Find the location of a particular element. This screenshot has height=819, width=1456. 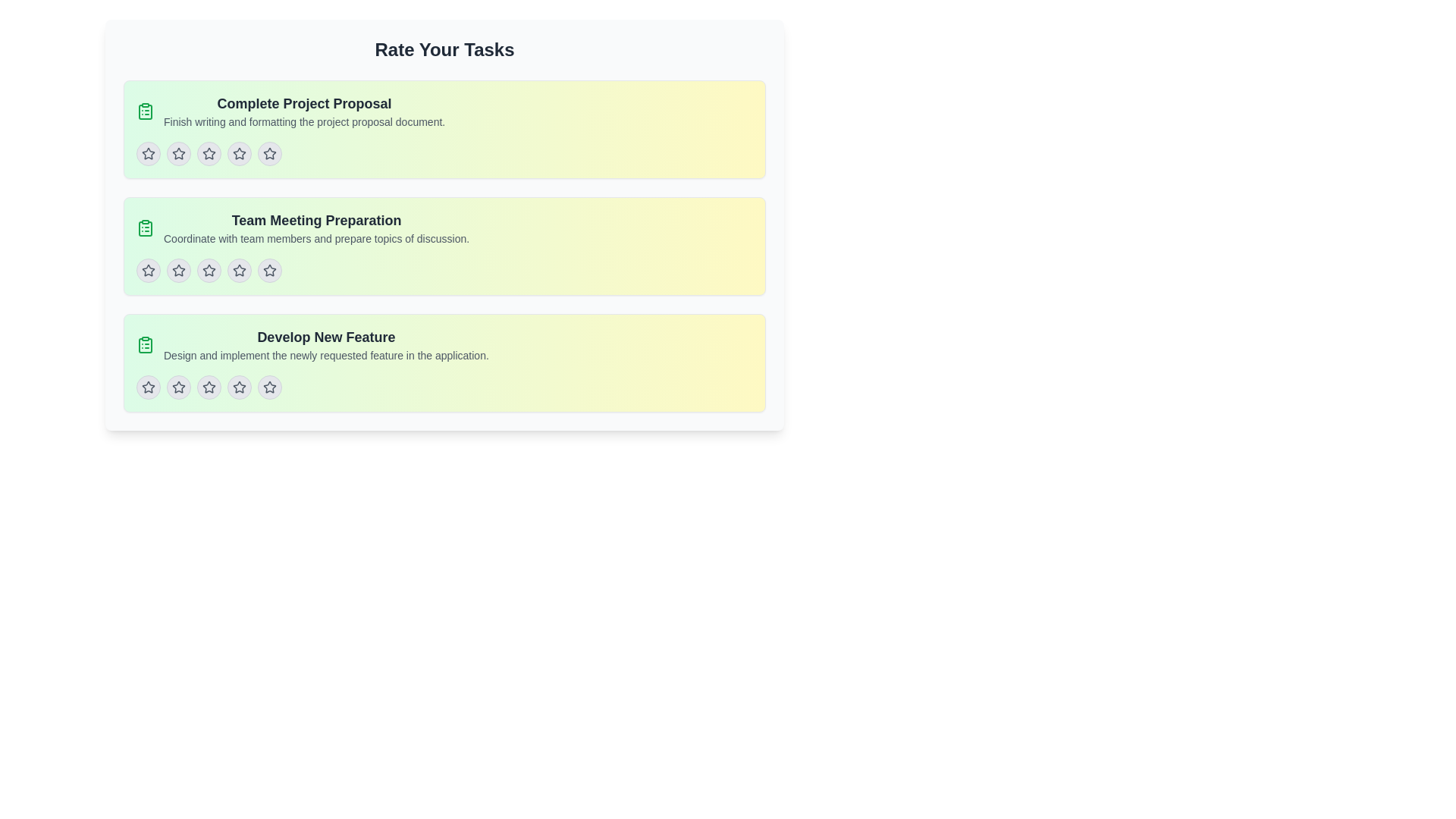

the fourth star-shaped rating icon is located at coordinates (239, 386).